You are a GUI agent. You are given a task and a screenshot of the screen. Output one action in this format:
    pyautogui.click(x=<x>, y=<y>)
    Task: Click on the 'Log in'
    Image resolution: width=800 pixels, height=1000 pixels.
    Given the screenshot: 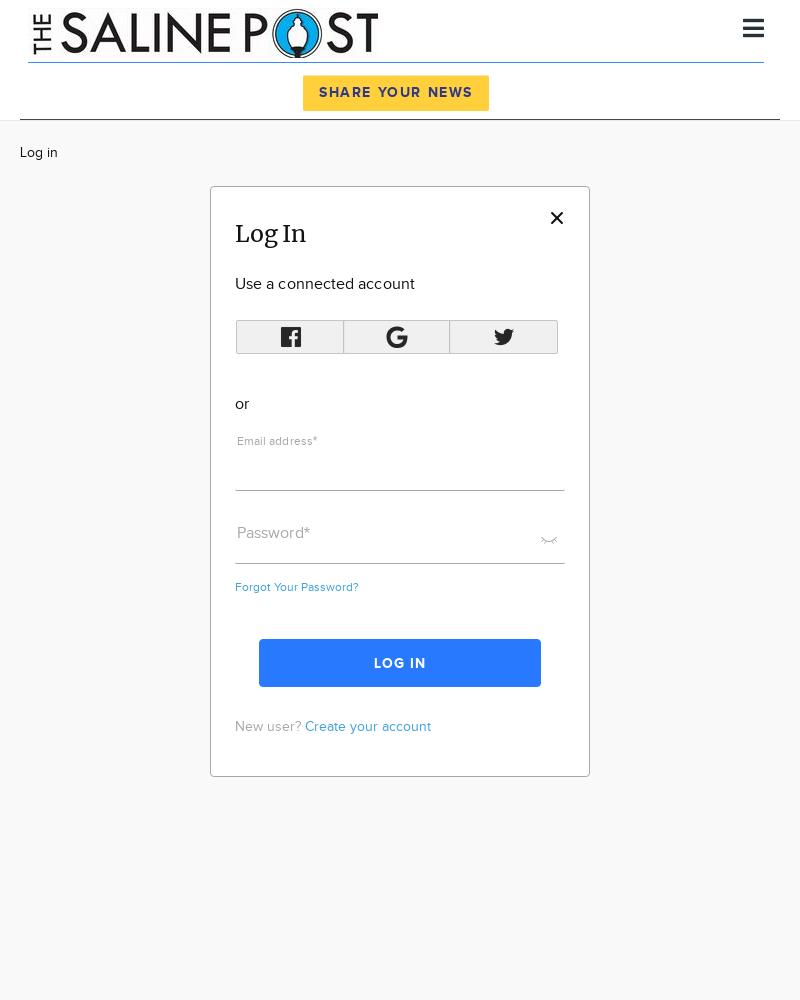 What is the action you would take?
    pyautogui.click(x=20, y=153)
    